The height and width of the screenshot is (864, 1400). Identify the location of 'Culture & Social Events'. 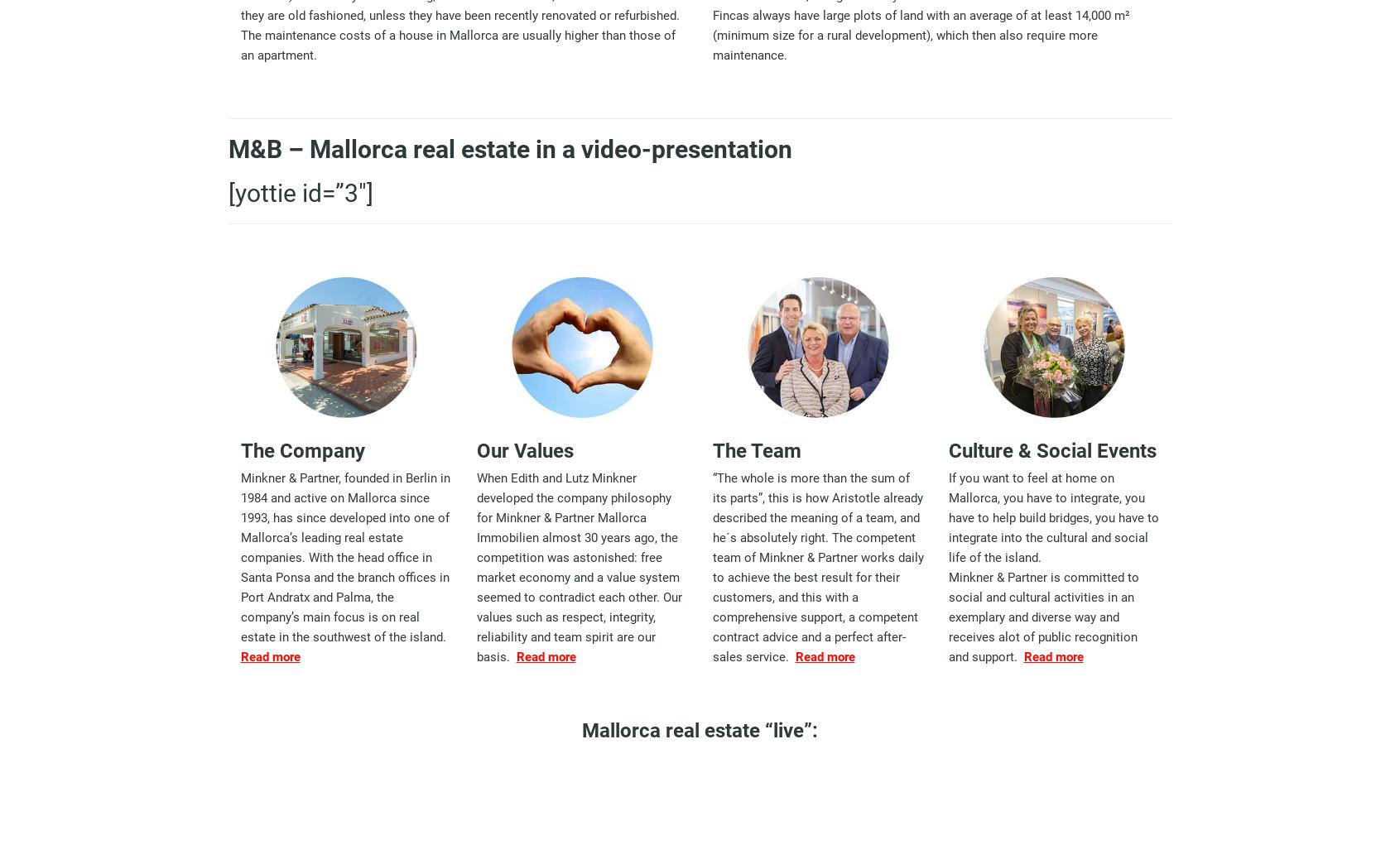
(946, 449).